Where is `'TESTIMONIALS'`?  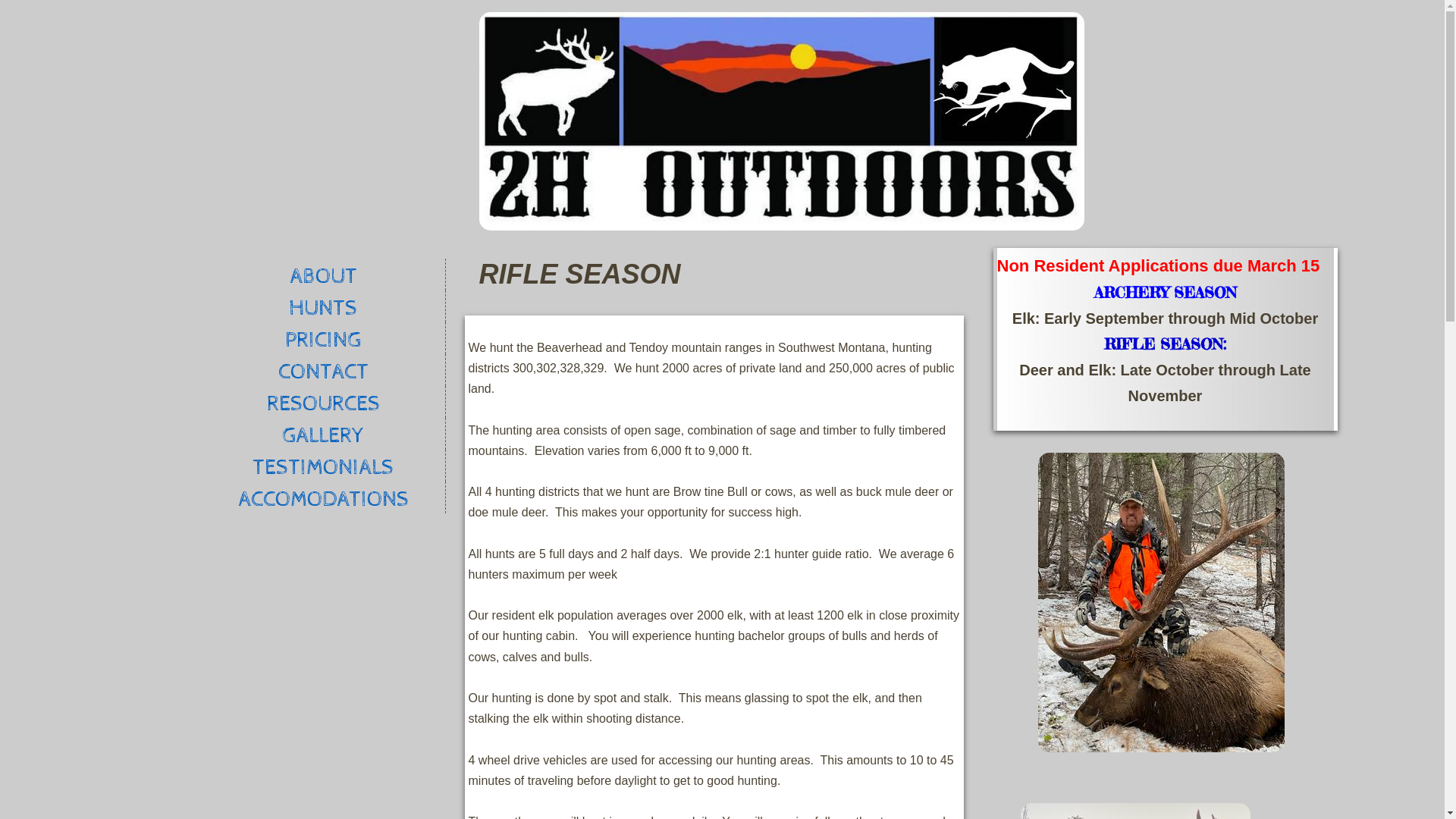
'TESTIMONIALS' is located at coordinates (323, 464).